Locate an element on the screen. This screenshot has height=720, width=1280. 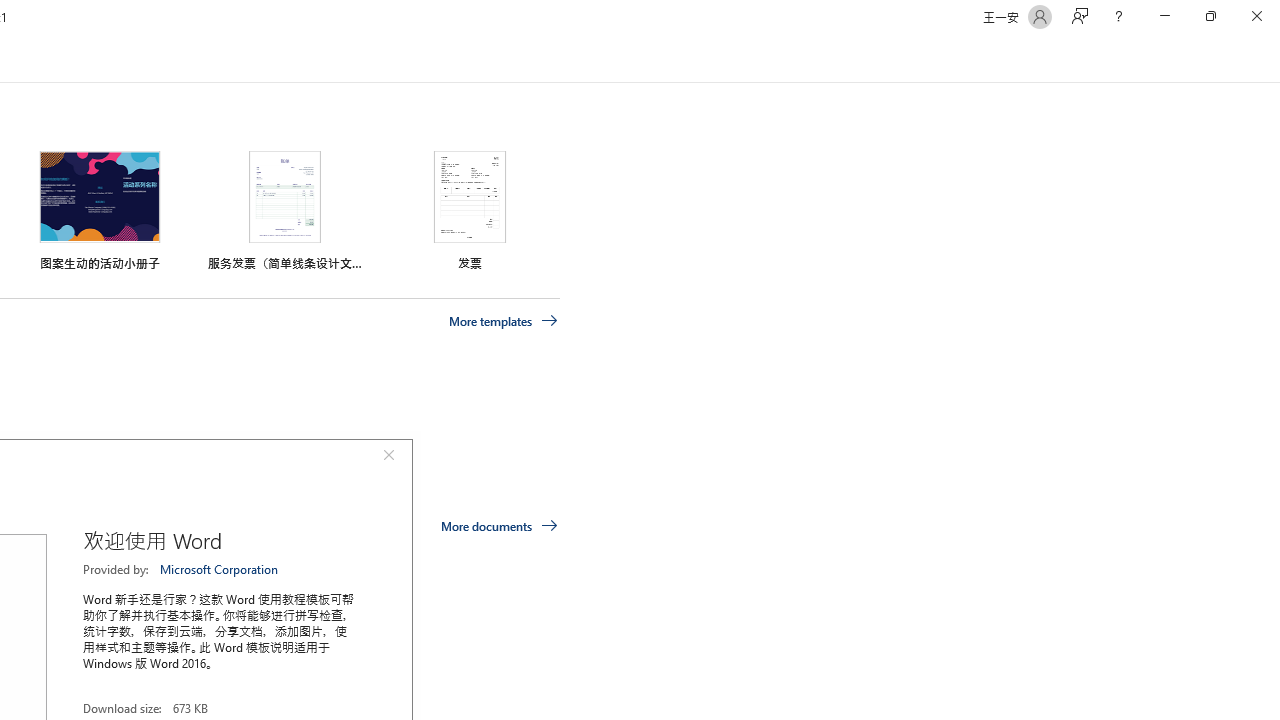
'More documents' is located at coordinates (499, 524).